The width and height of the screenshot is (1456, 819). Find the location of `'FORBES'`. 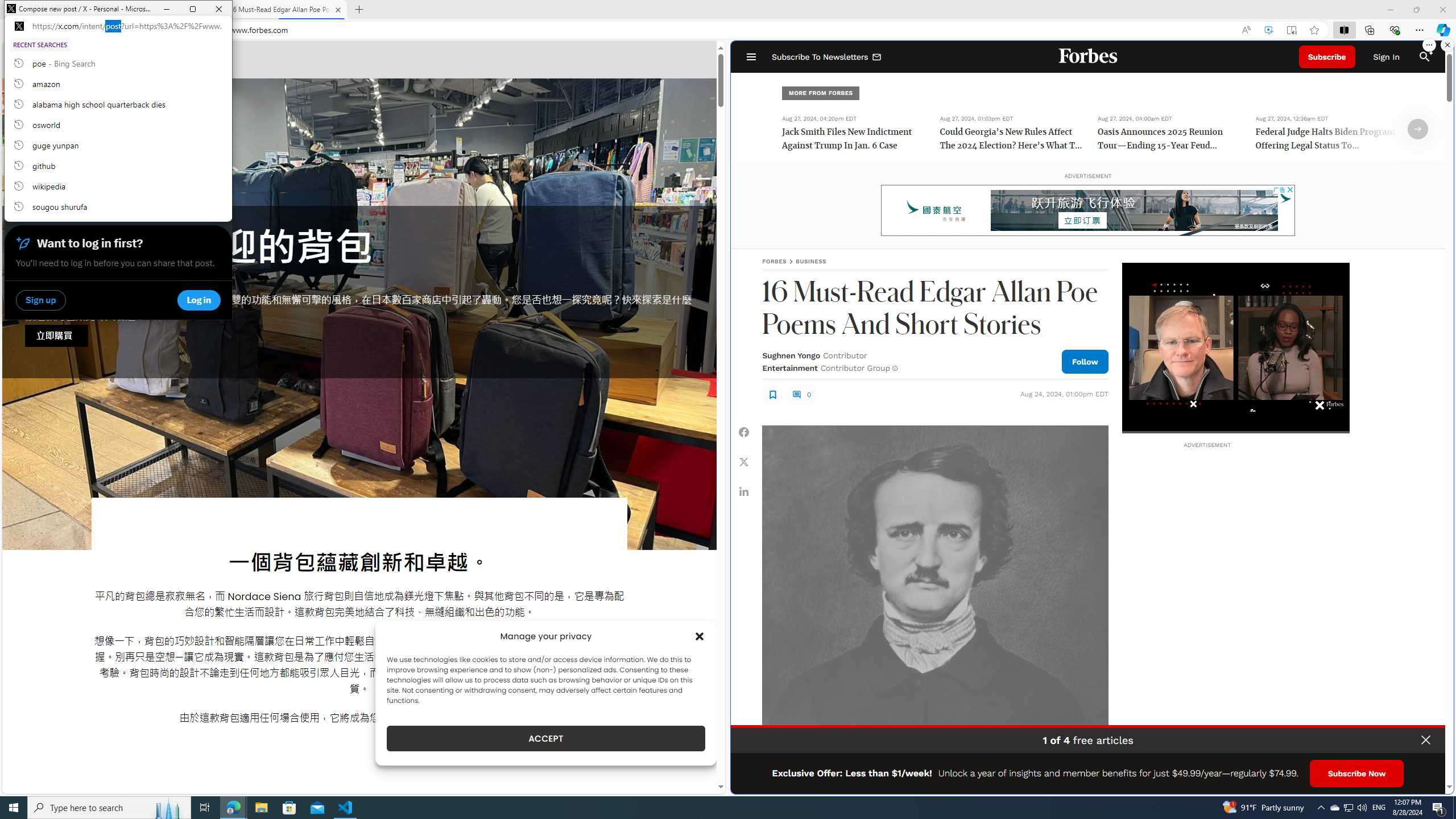

'FORBES' is located at coordinates (774, 261).